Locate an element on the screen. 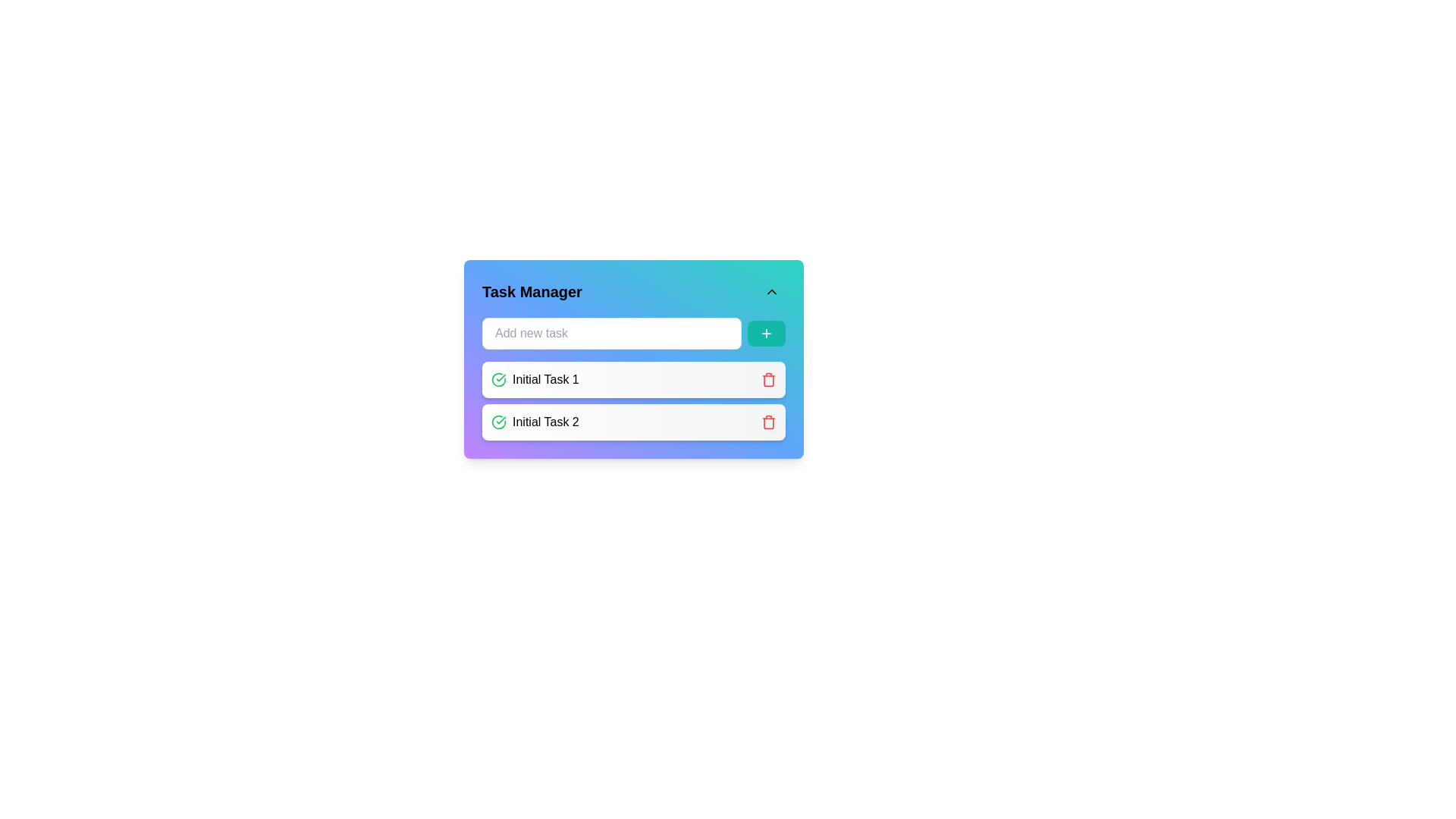 Image resolution: width=1456 pixels, height=819 pixels. the green circular icon with a checkmark that symbolizes task completion, located to the left of the text 'Initial Task 2' is located at coordinates (498, 422).